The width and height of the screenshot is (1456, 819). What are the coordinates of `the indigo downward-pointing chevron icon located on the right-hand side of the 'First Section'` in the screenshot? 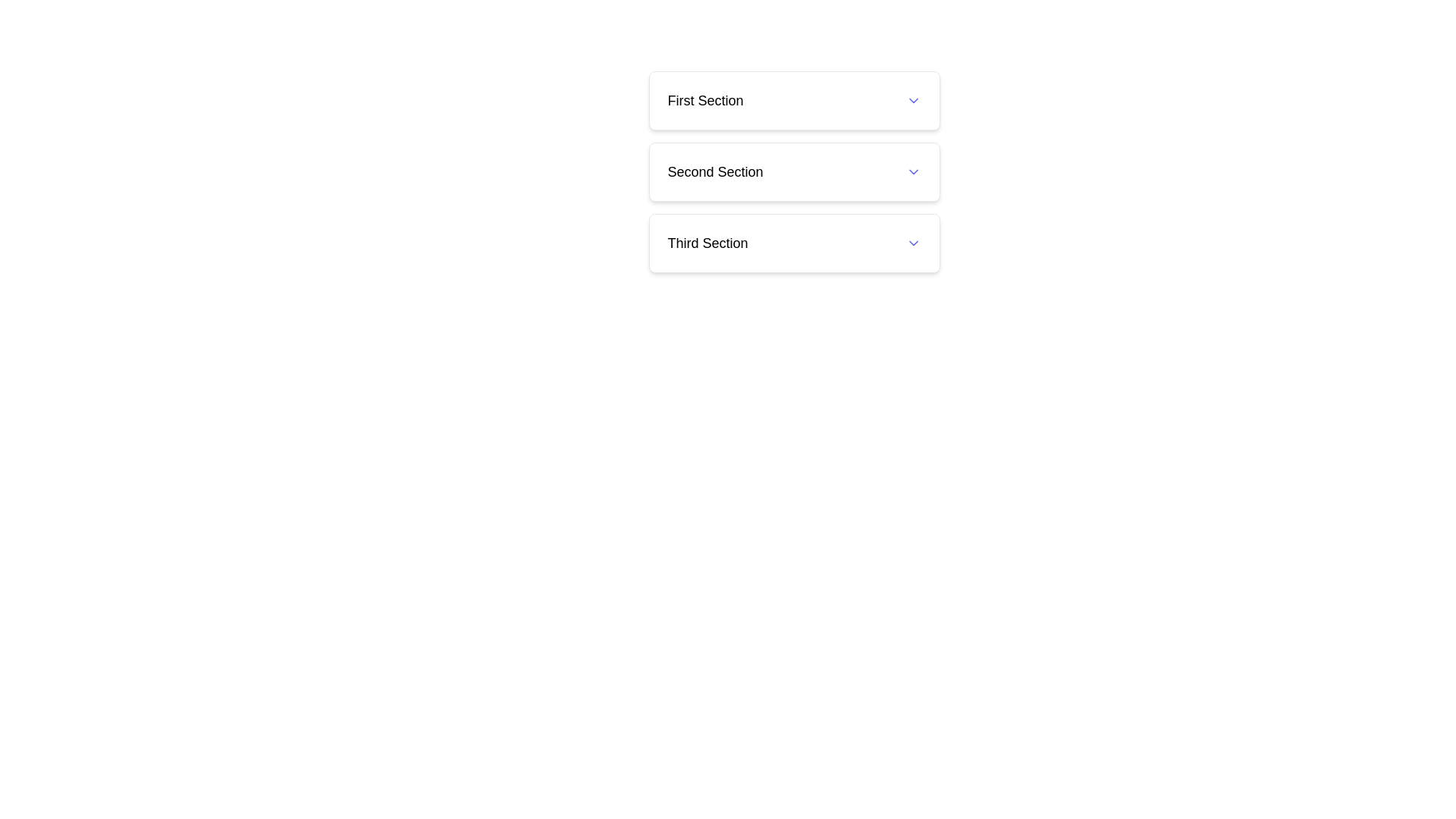 It's located at (912, 100).